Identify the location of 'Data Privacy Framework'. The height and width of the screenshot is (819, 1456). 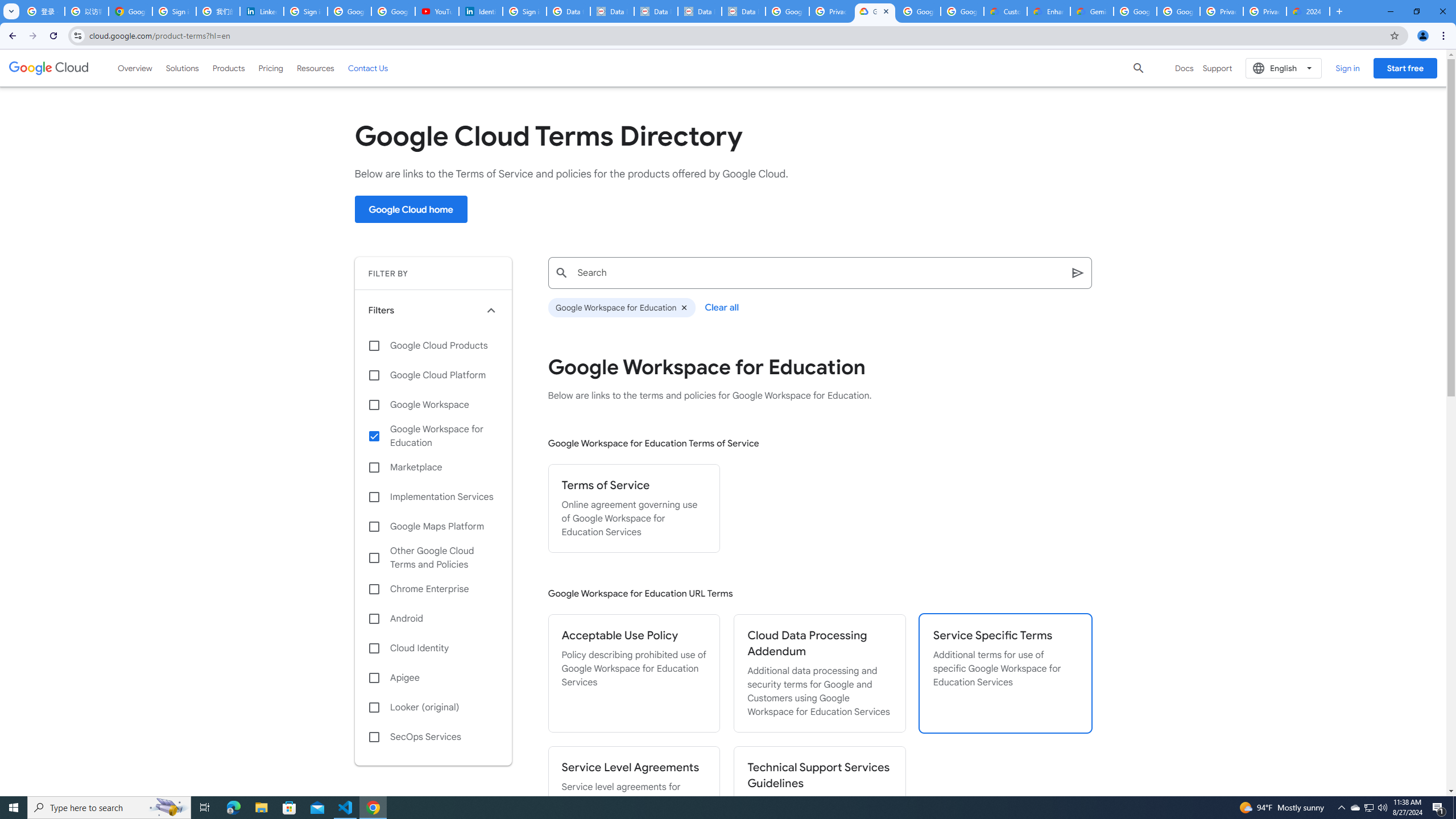
(612, 11).